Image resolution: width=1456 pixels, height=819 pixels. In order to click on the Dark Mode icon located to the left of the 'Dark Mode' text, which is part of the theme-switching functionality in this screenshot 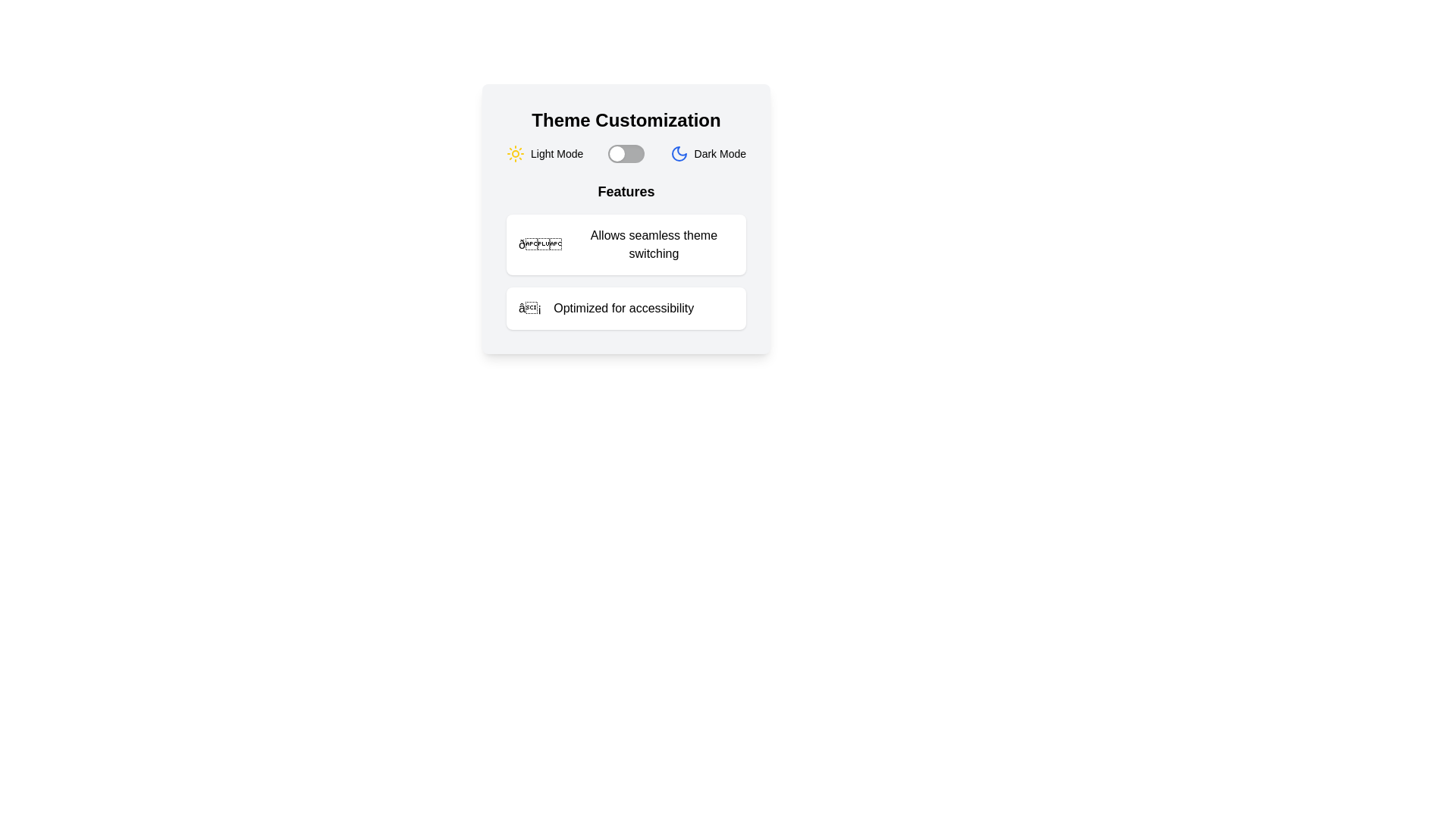, I will do `click(678, 154)`.